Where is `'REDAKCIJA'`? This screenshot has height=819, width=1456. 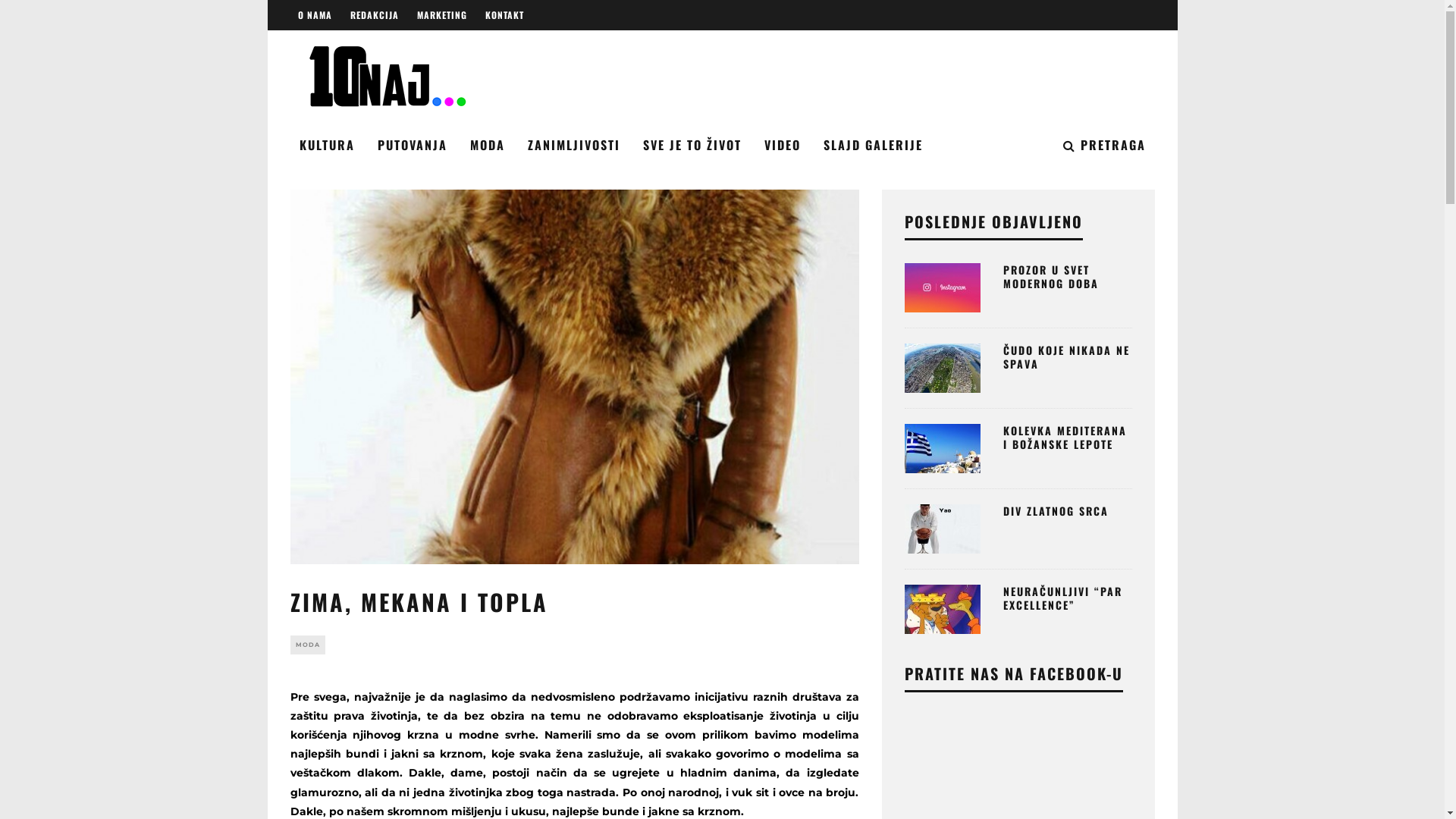 'REDAKCIJA' is located at coordinates (375, 14).